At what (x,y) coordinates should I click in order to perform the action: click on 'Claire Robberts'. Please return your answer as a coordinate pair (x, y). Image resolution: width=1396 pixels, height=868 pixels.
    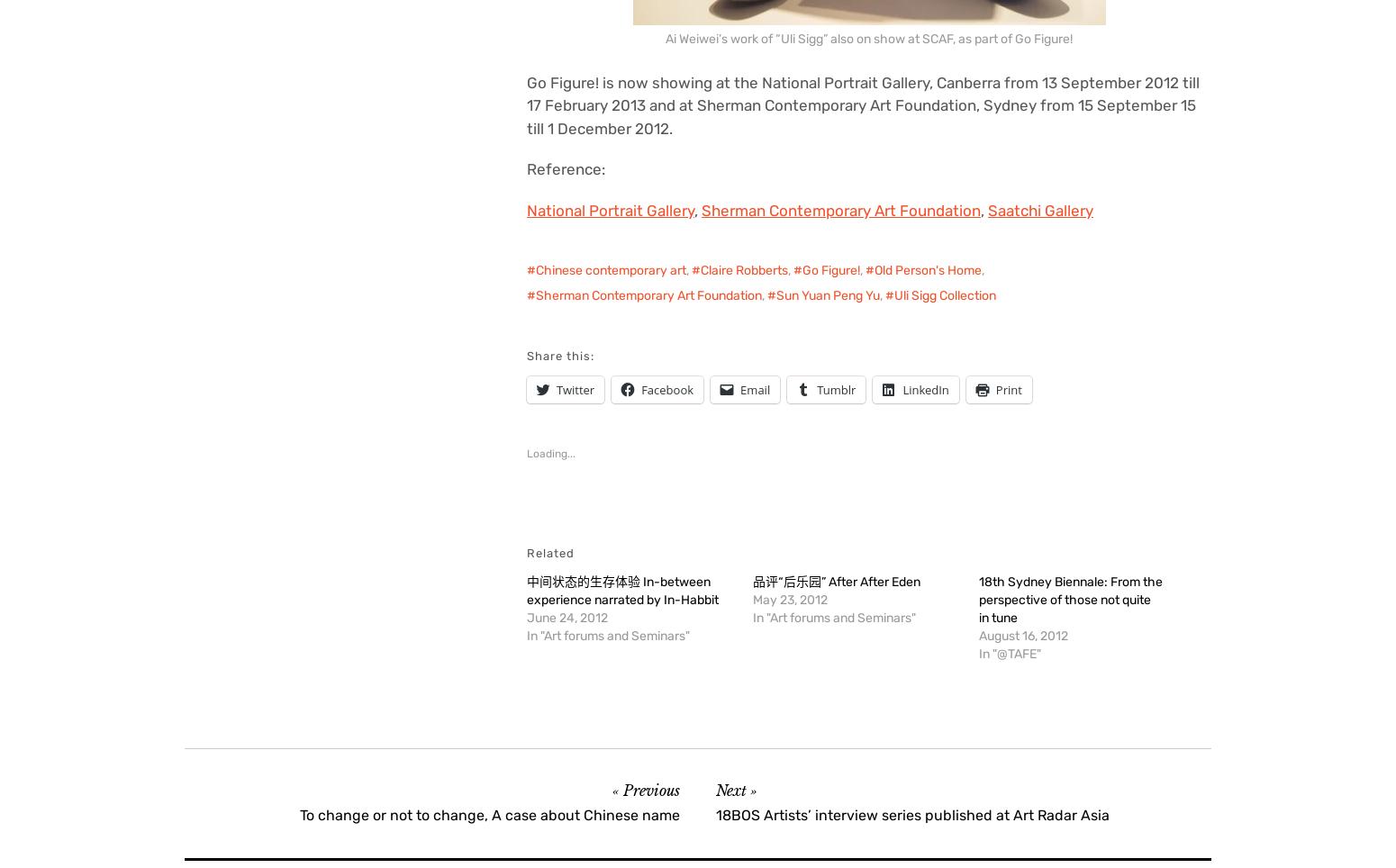
    Looking at the image, I should click on (743, 270).